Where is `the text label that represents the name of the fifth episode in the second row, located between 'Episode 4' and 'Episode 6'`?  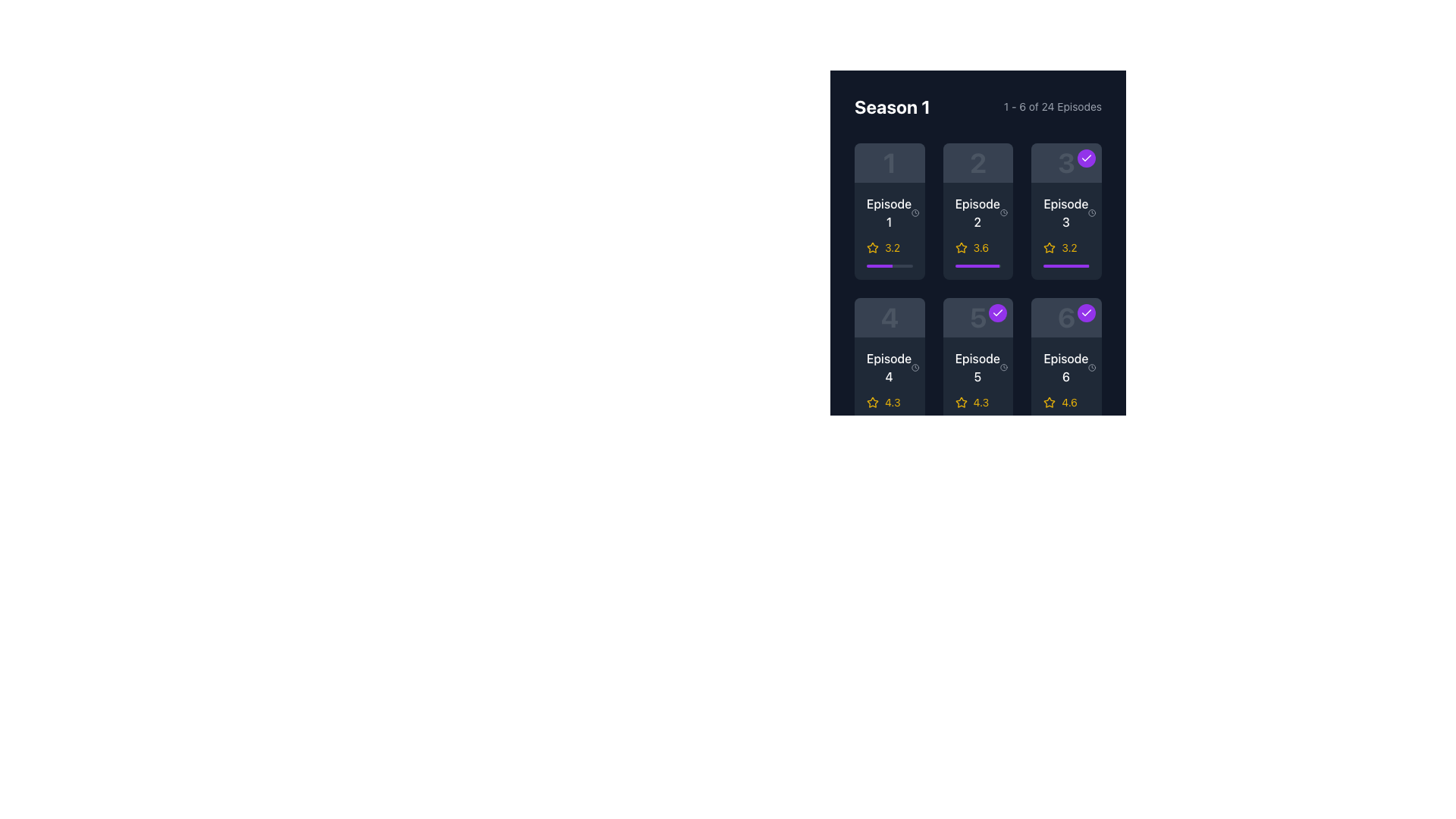 the text label that represents the name of the fifth episode in the second row, located between 'Episode 4' and 'Episode 6' is located at coordinates (978, 368).